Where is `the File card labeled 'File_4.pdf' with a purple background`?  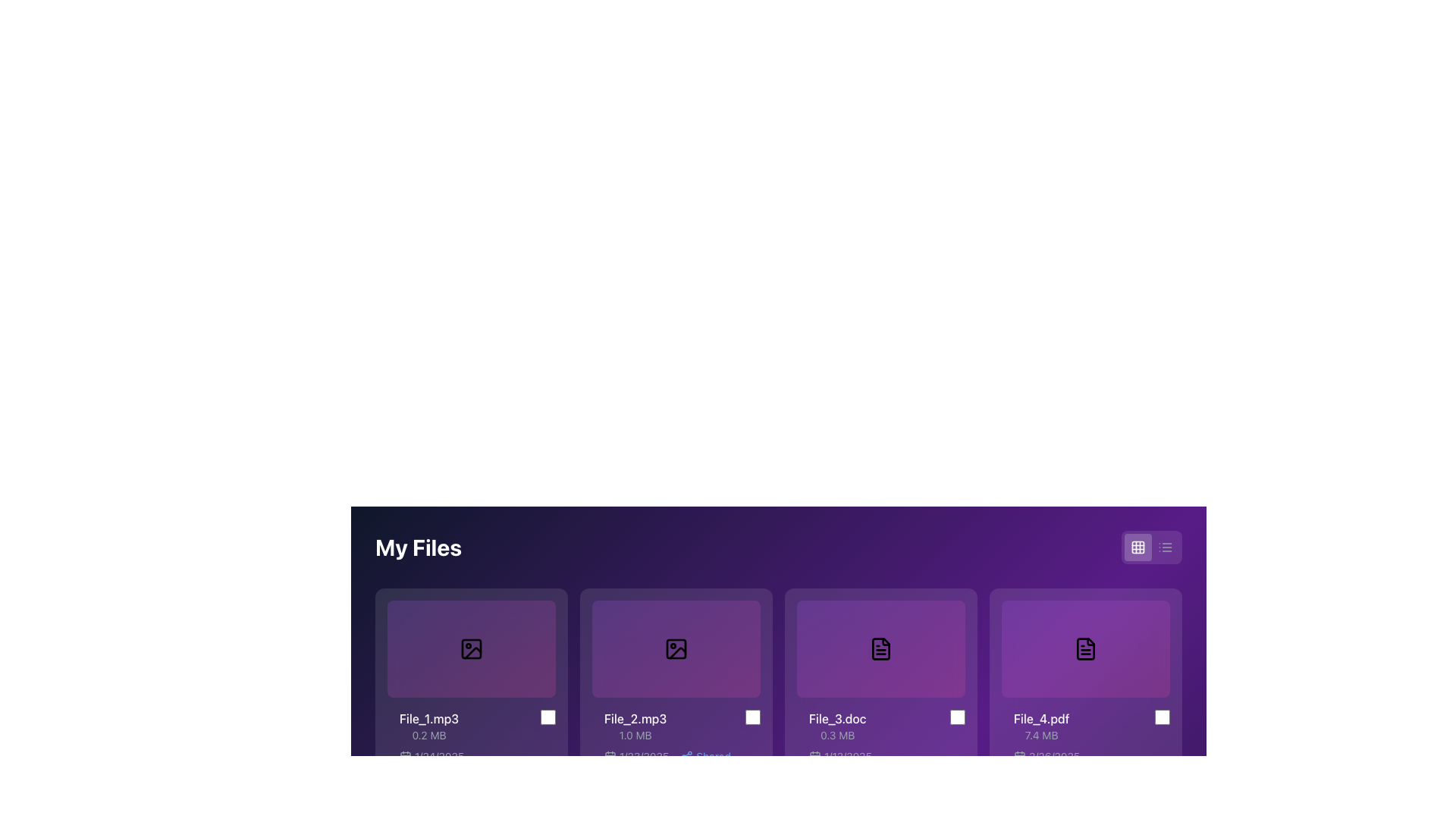 the File card labeled 'File_4.pdf' with a purple background is located at coordinates (1084, 681).